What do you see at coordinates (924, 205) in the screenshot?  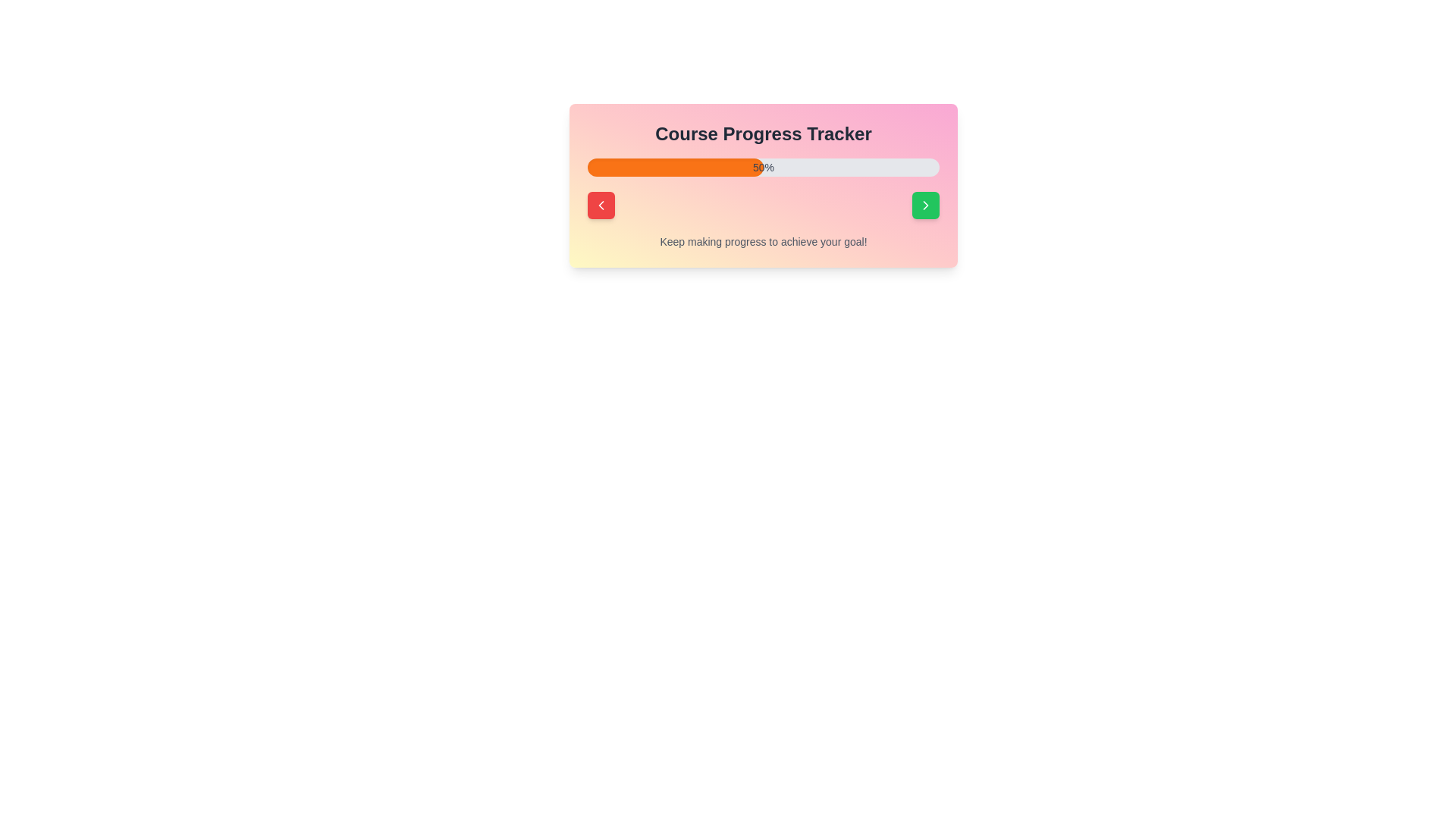 I see `the green button with rounded corners and a white chevron arrow located at the far-right end of the interface` at bounding box center [924, 205].